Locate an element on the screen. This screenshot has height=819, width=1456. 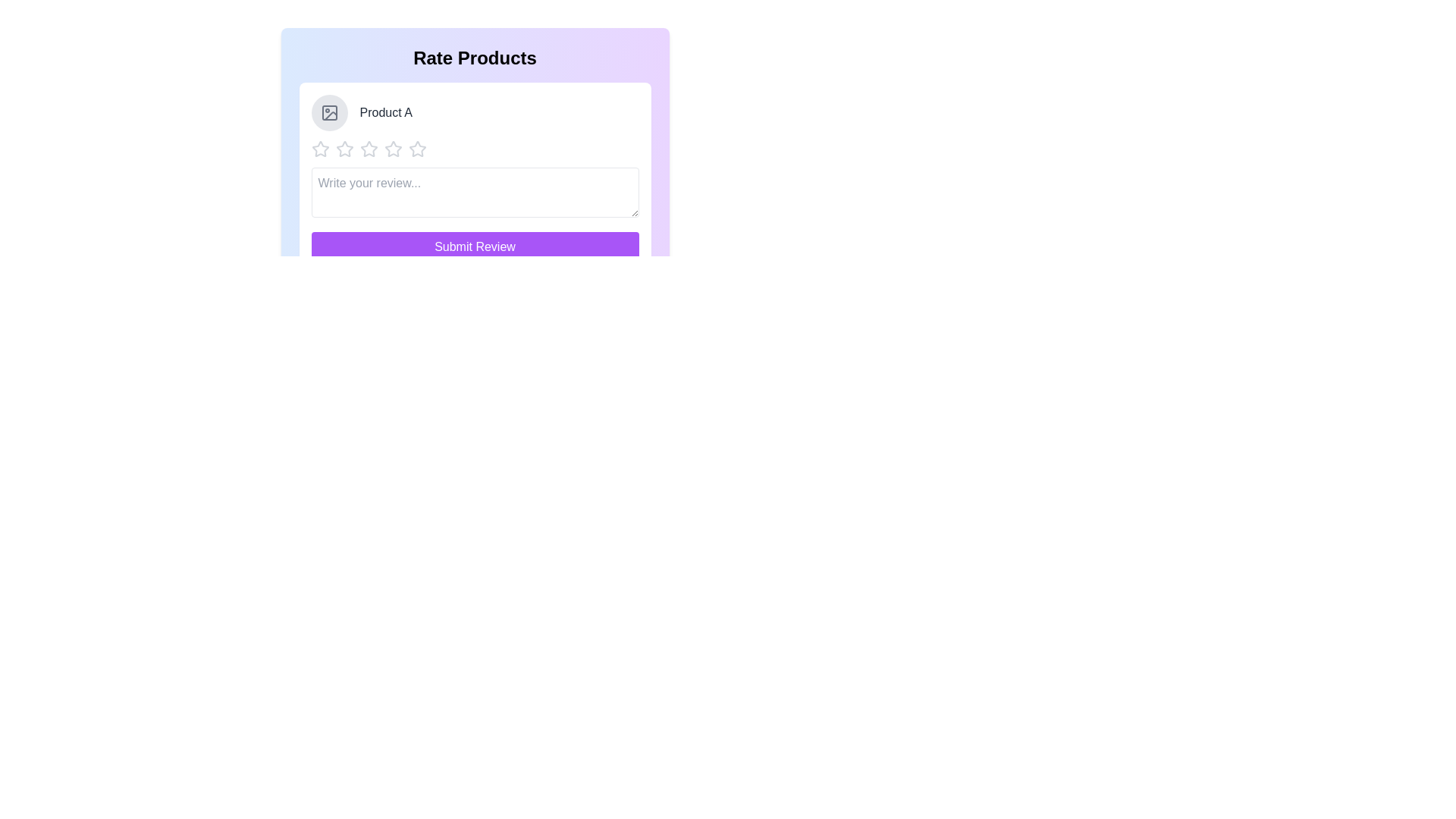
the star corresponding to the desired rating 1 is located at coordinates (319, 149).